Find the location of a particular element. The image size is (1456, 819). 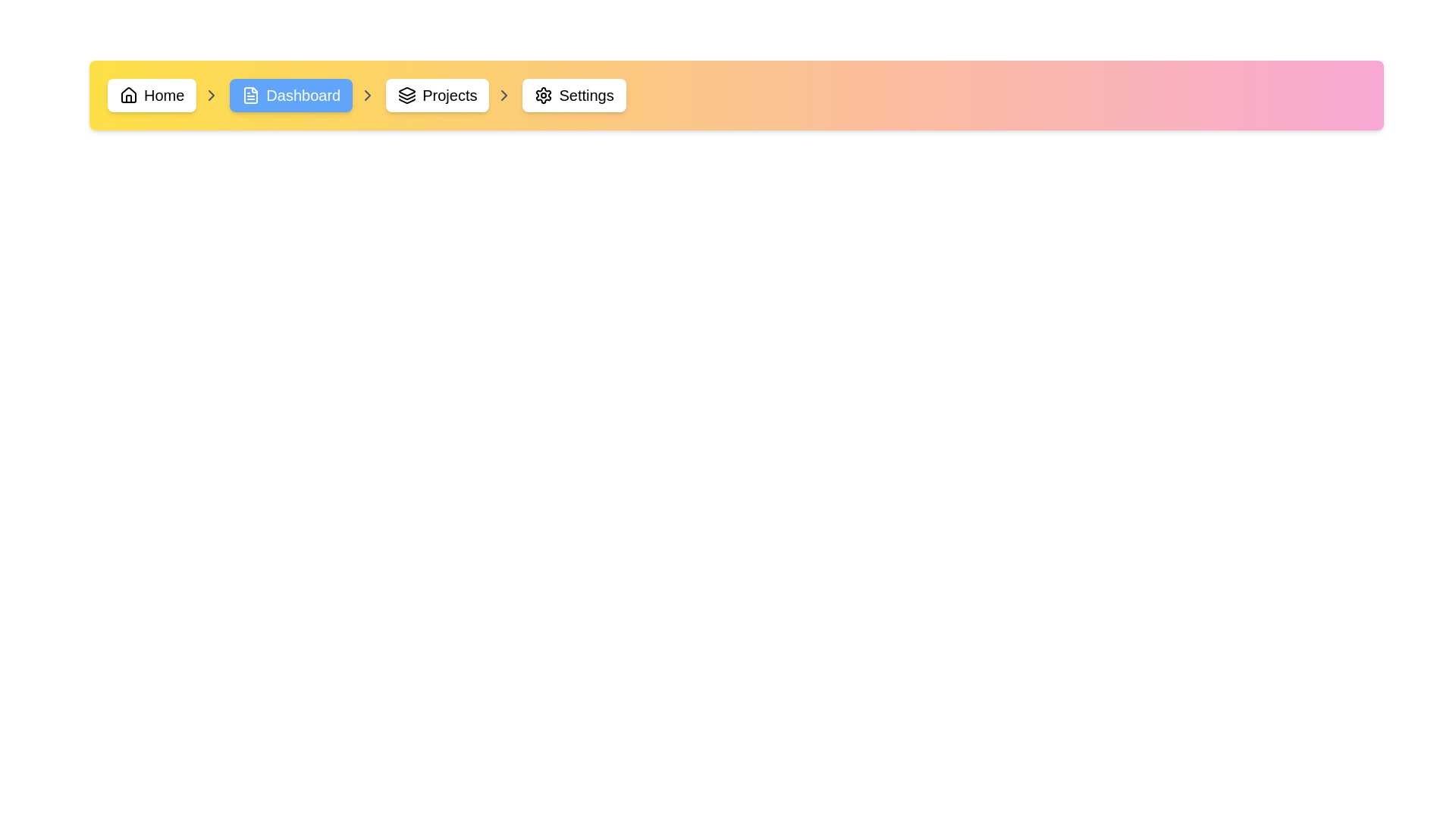

the navigational division icon located between the 'Projects' and 'Settings' breadcrumb items, which indicates hierarchy or sequence is located at coordinates (504, 96).